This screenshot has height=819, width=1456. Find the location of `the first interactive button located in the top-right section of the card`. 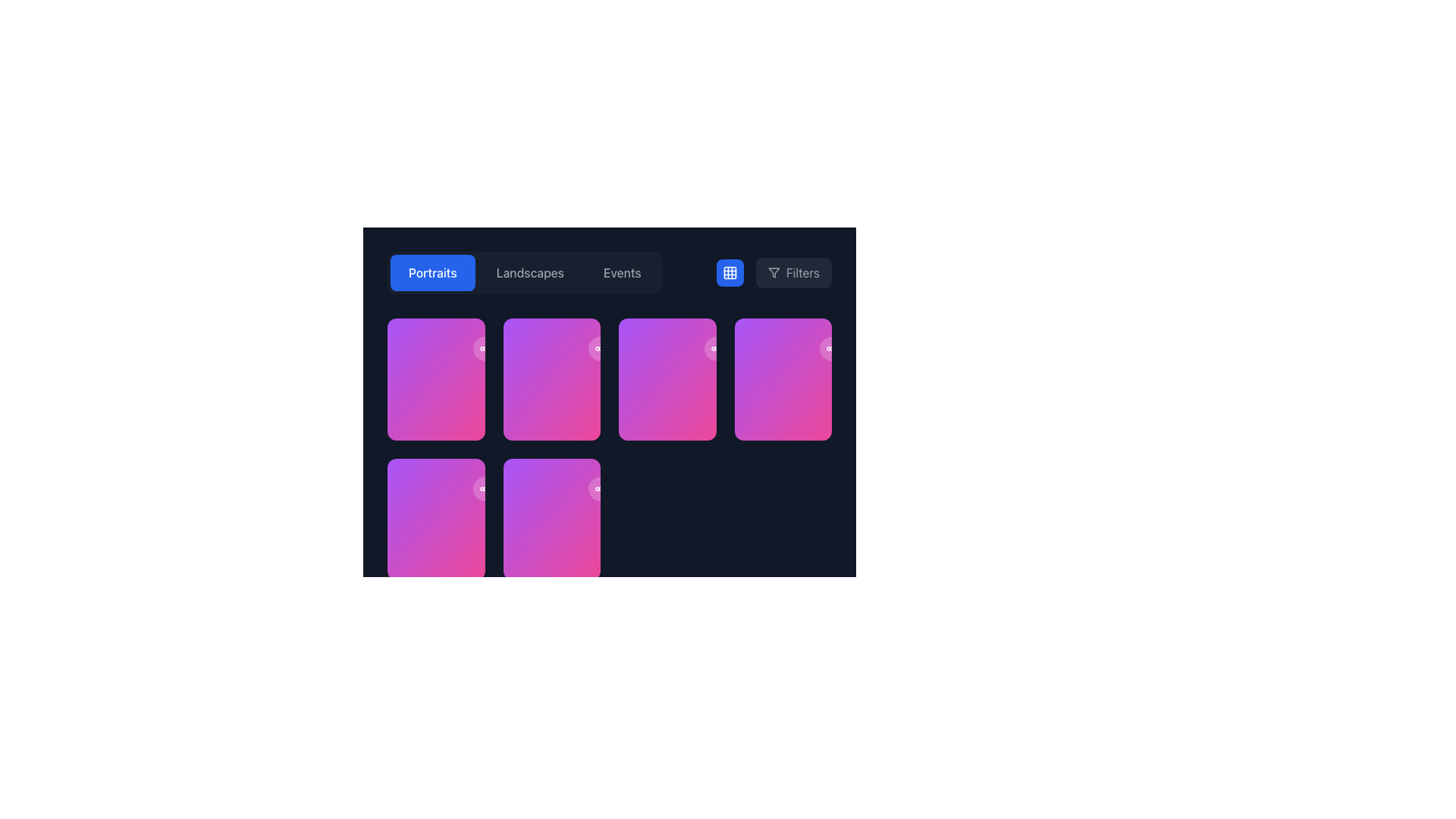

the first interactive button located in the top-right section of the card is located at coordinates (843, 345).